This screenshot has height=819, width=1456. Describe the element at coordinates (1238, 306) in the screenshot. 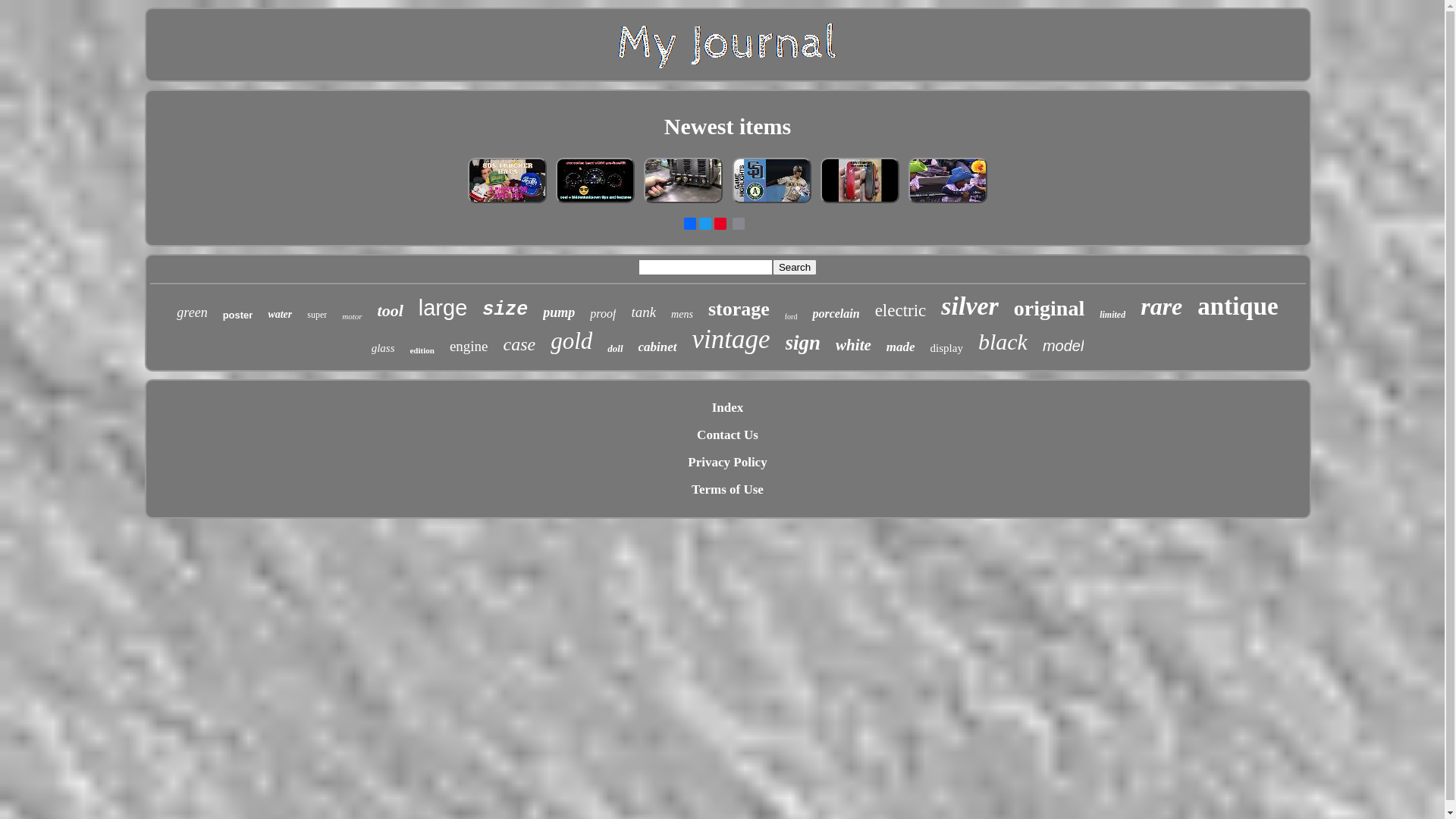

I see `'antique'` at that location.